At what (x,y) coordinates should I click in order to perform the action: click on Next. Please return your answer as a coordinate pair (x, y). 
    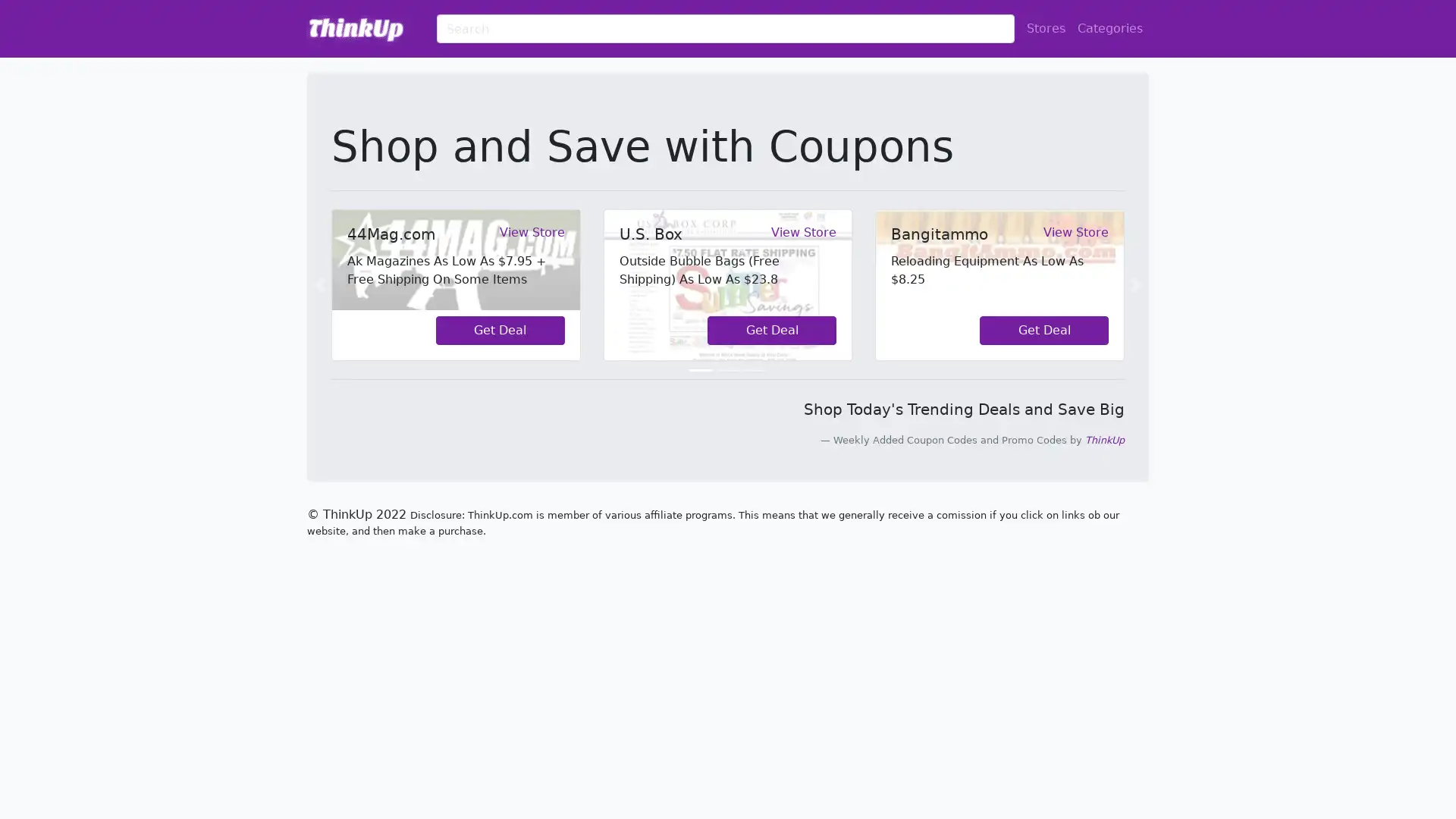
    Looking at the image, I should click on (1135, 284).